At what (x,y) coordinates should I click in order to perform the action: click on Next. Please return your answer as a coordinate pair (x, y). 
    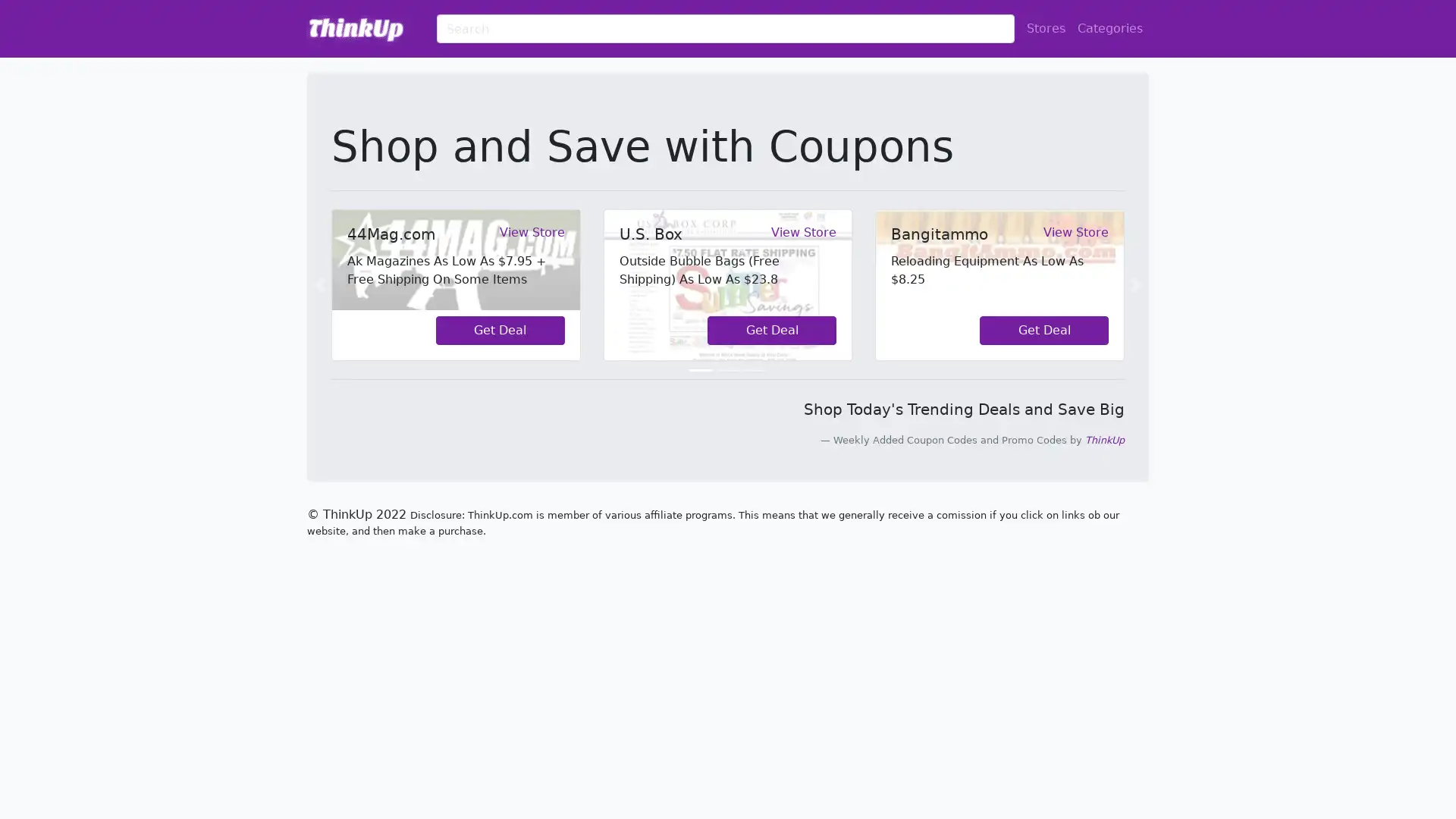
    Looking at the image, I should click on (1135, 284).